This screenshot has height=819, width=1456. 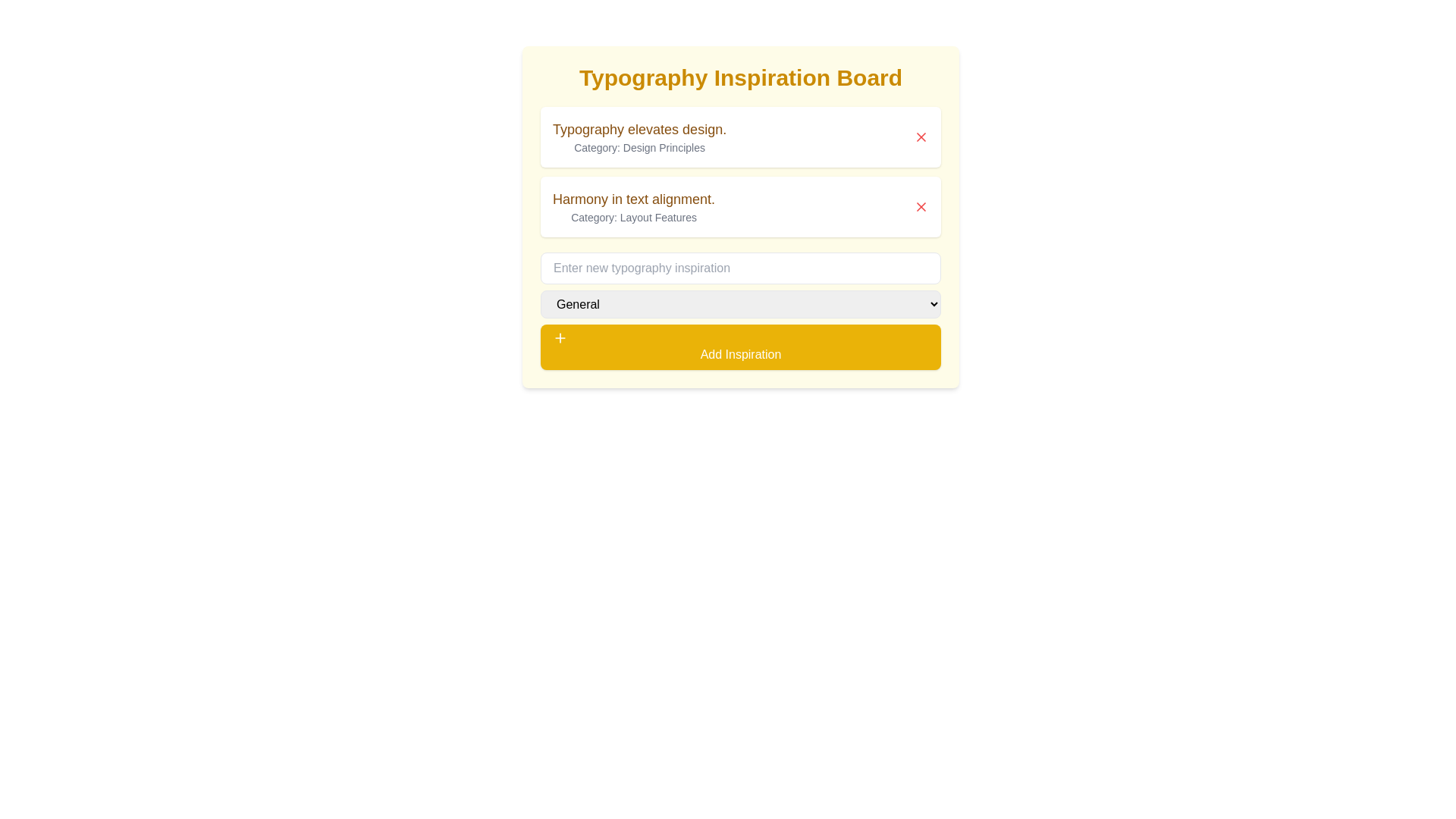 What do you see at coordinates (639, 137) in the screenshot?
I see `the first static text display representing an inspiration item, located above the element labeled 'Harmony in text alignment'` at bounding box center [639, 137].